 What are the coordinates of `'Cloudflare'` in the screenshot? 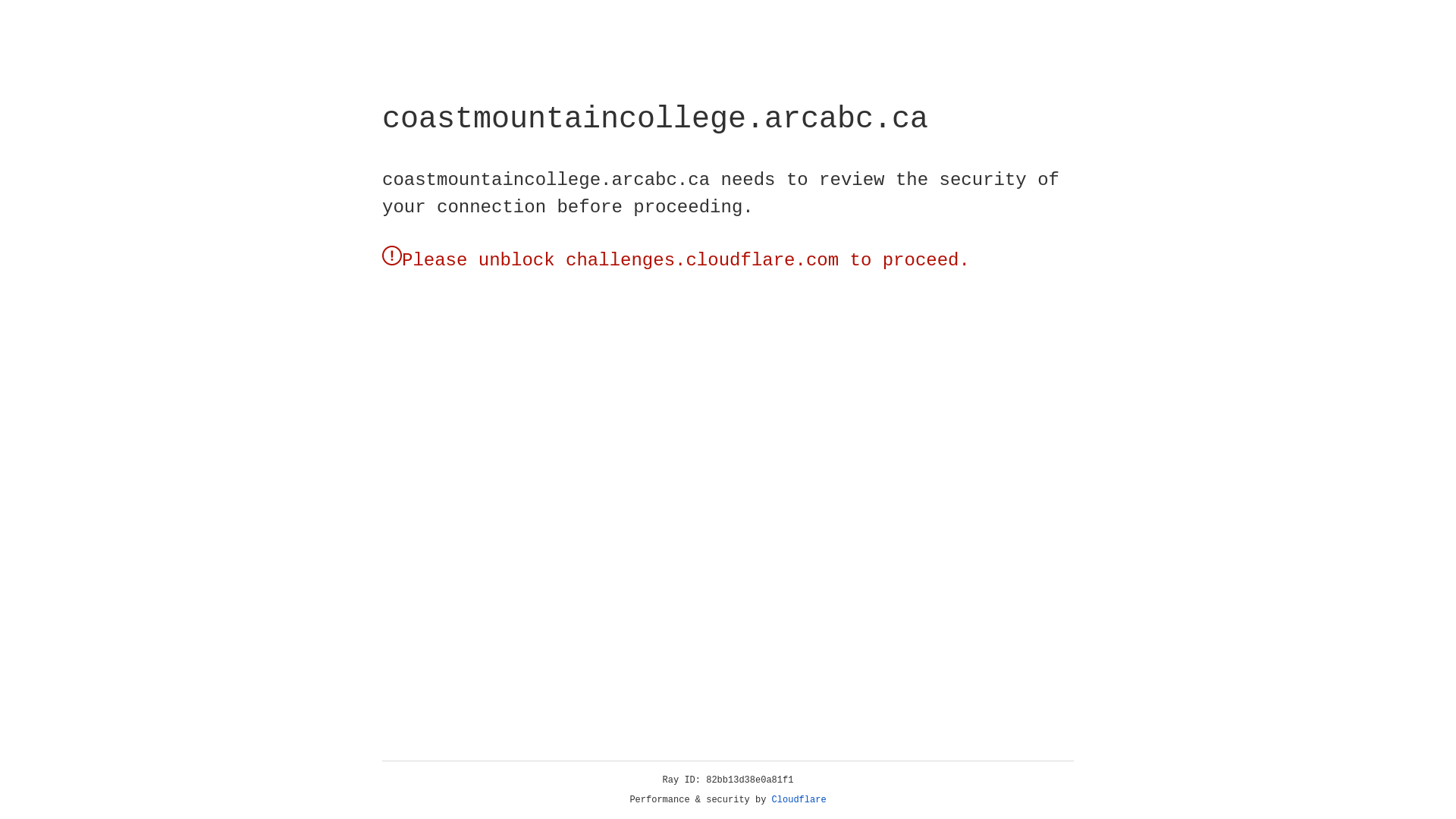 It's located at (799, 799).